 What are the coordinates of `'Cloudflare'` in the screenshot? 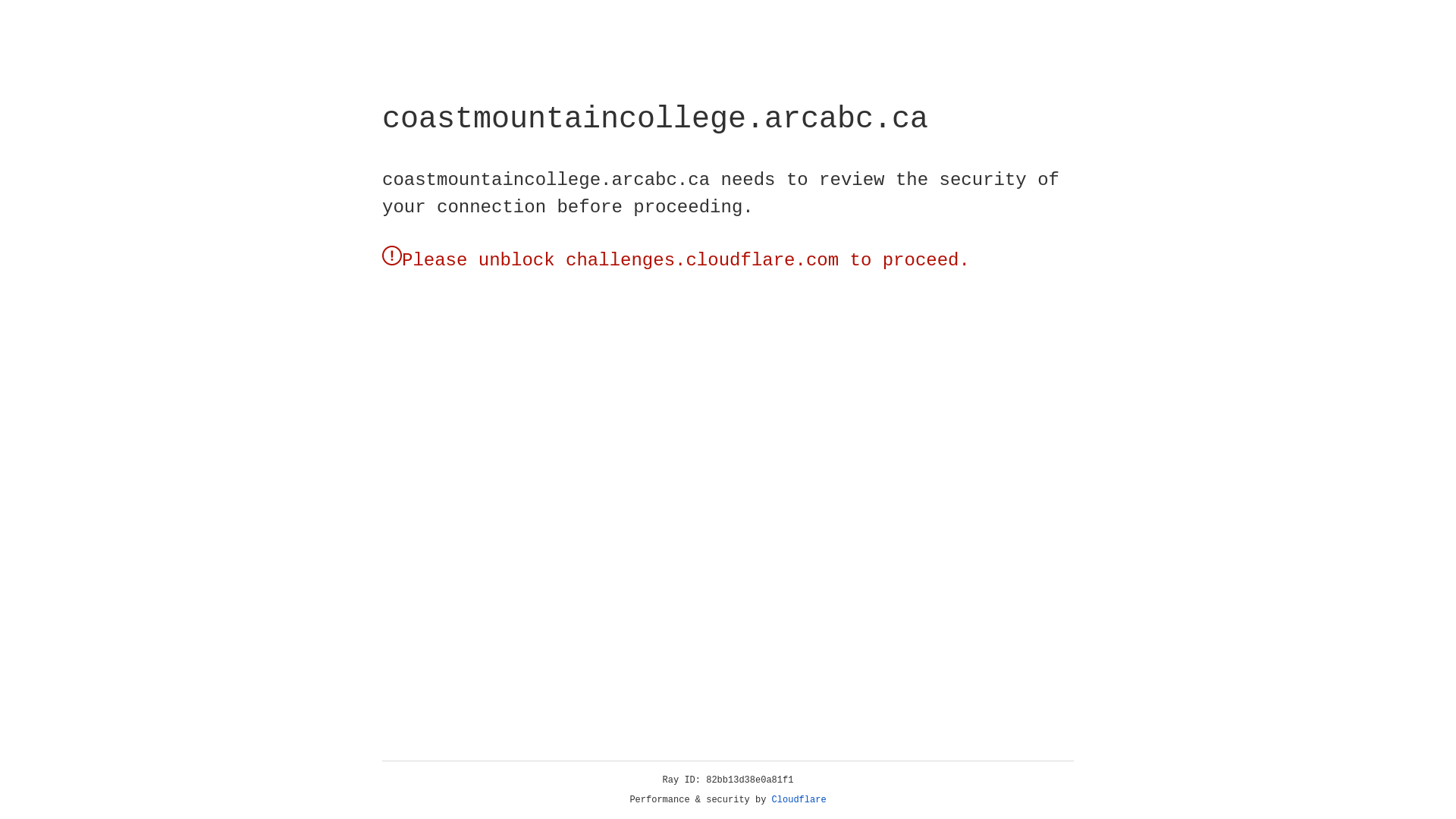 It's located at (799, 799).